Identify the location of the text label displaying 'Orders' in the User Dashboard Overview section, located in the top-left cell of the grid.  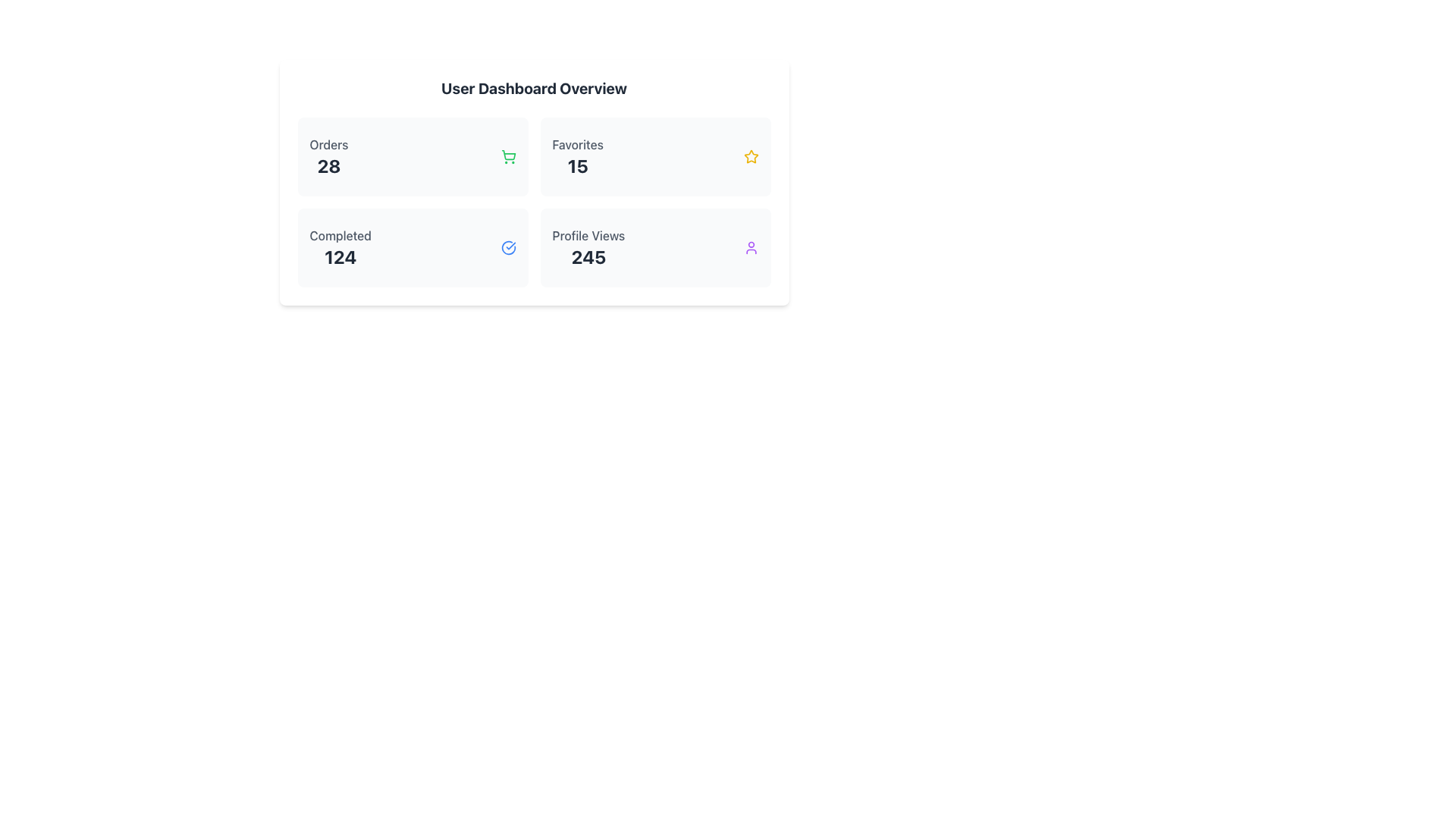
(328, 145).